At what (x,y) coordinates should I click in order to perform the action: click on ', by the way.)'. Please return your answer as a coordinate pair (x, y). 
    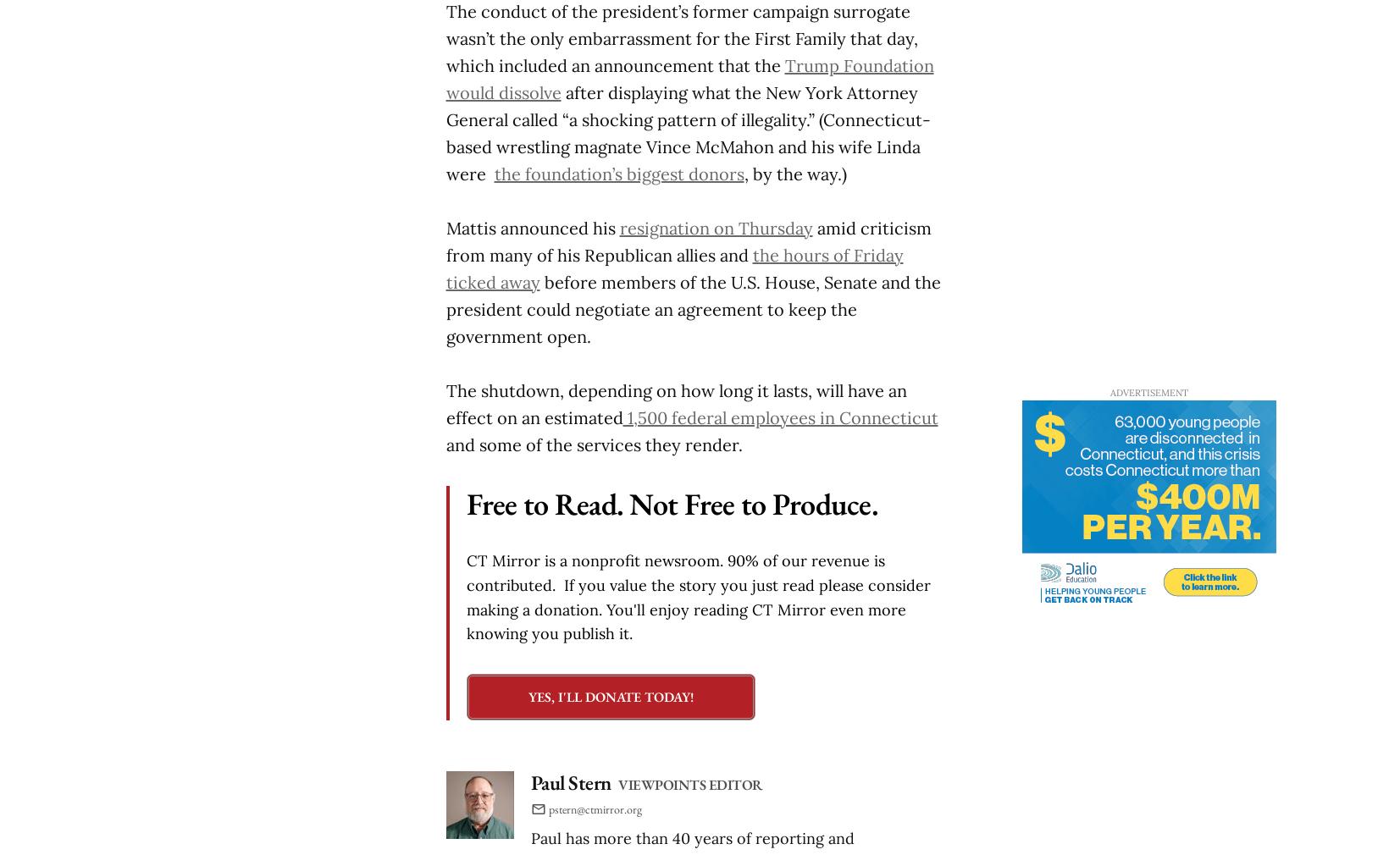
    Looking at the image, I should click on (744, 172).